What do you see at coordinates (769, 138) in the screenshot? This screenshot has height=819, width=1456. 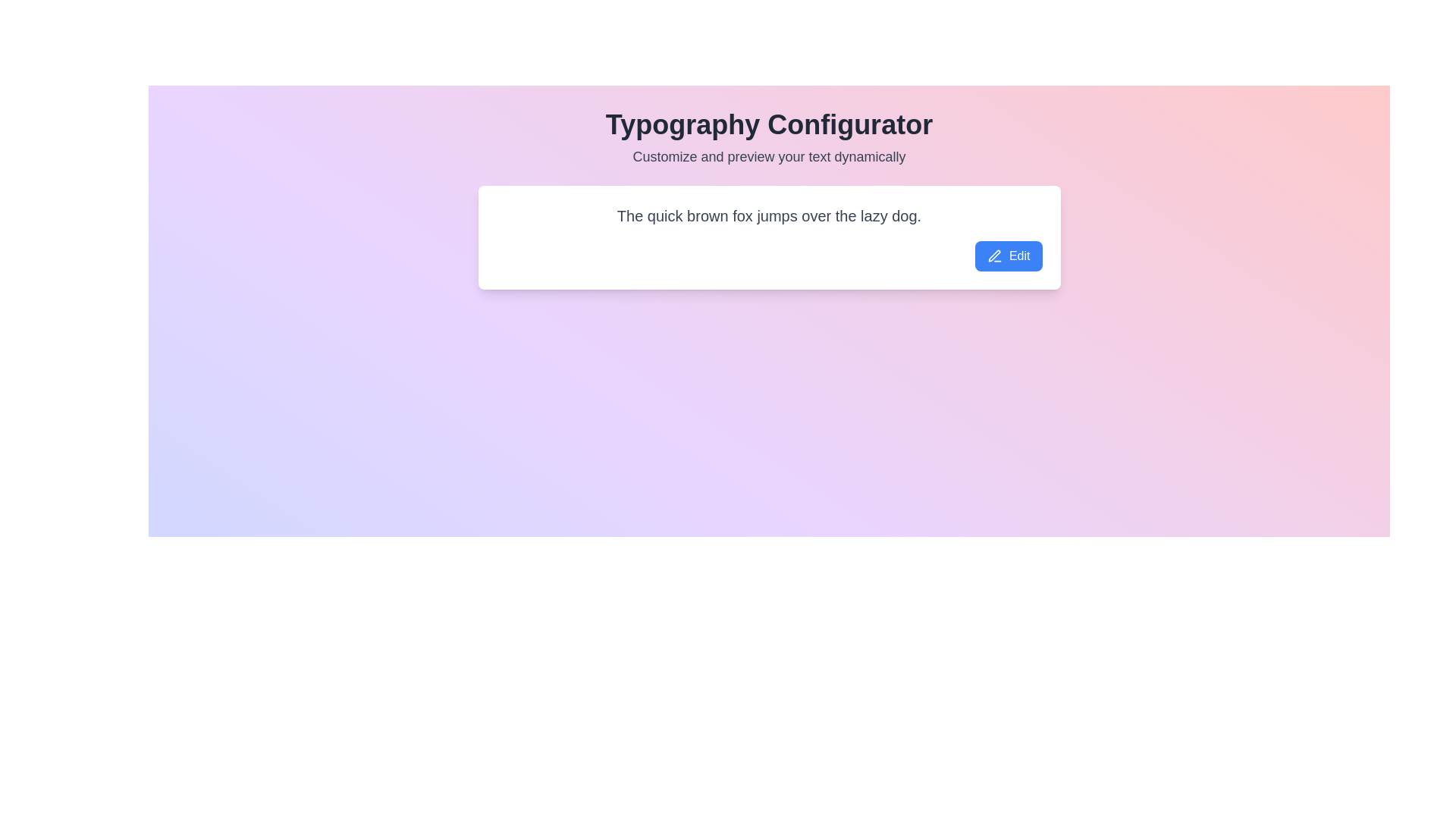 I see `the header element displaying 'Typography Configurator' and its description 'Customize and preview your text dynamically.'` at bounding box center [769, 138].